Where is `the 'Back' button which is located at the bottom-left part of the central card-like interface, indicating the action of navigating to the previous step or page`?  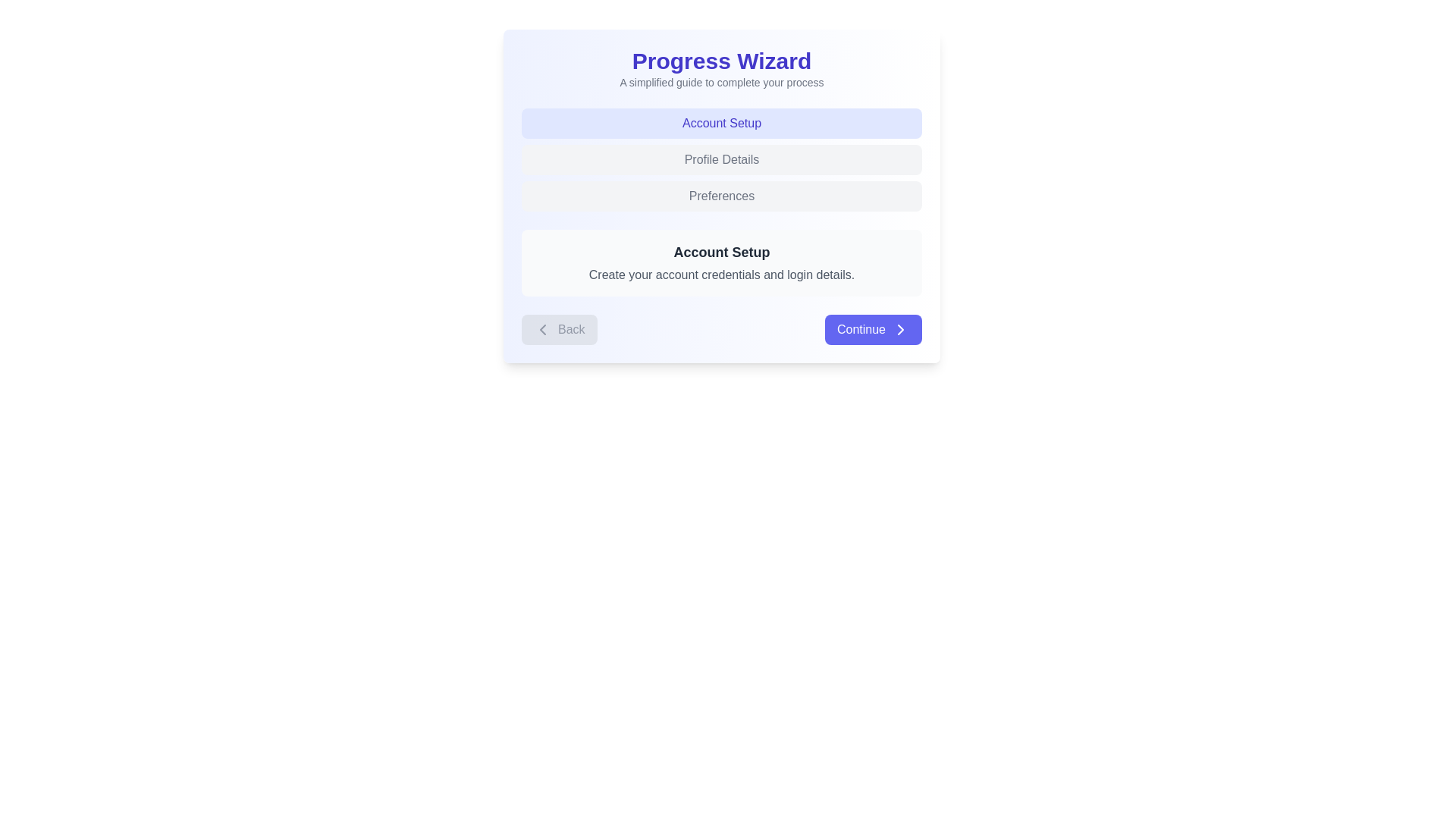
the 'Back' button which is located at the bottom-left part of the central card-like interface, indicating the action of navigating to the previous step or page is located at coordinates (542, 329).